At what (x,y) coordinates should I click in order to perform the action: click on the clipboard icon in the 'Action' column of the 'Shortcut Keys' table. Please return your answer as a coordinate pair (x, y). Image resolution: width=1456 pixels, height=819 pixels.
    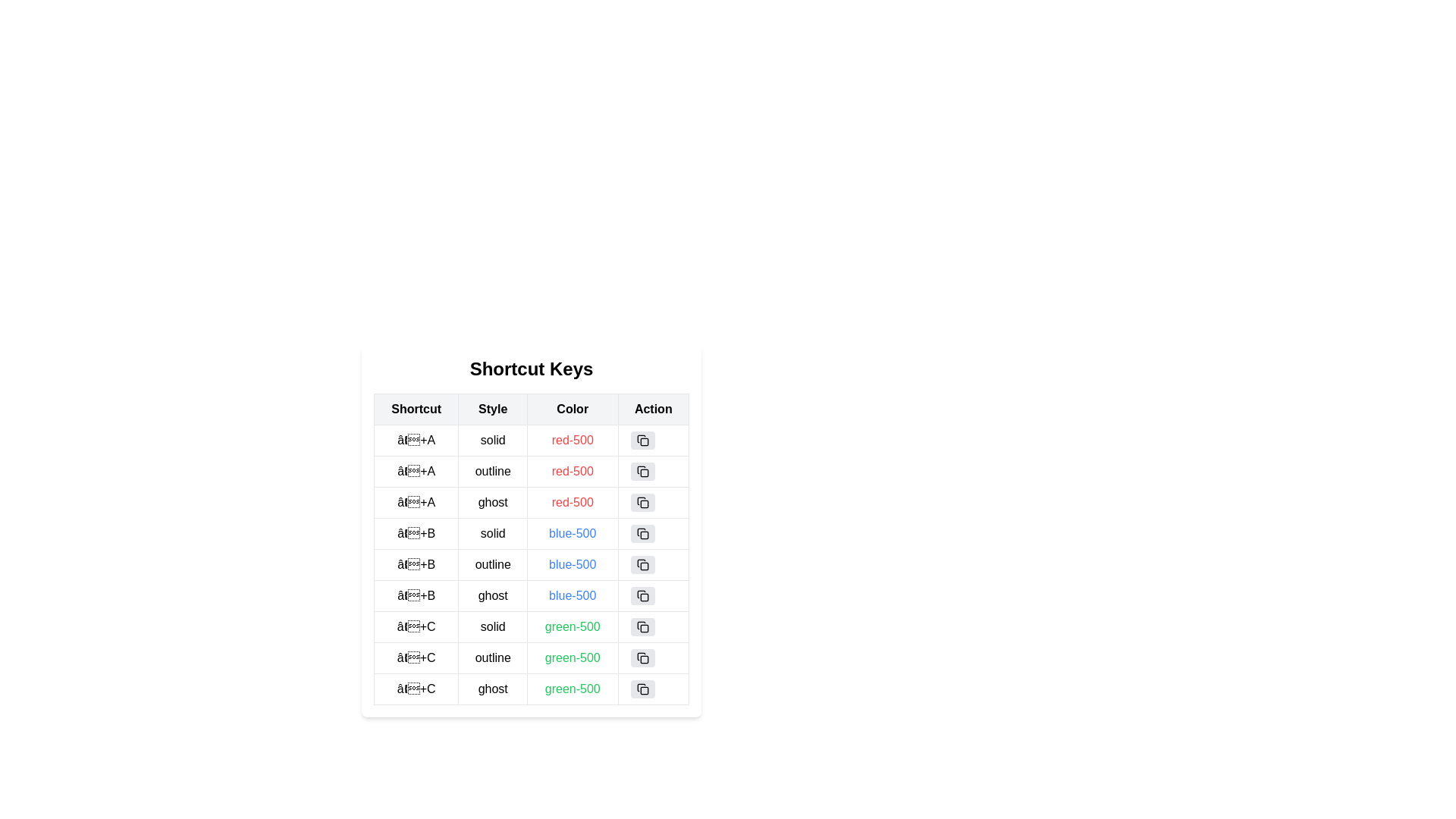
    Looking at the image, I should click on (641, 593).